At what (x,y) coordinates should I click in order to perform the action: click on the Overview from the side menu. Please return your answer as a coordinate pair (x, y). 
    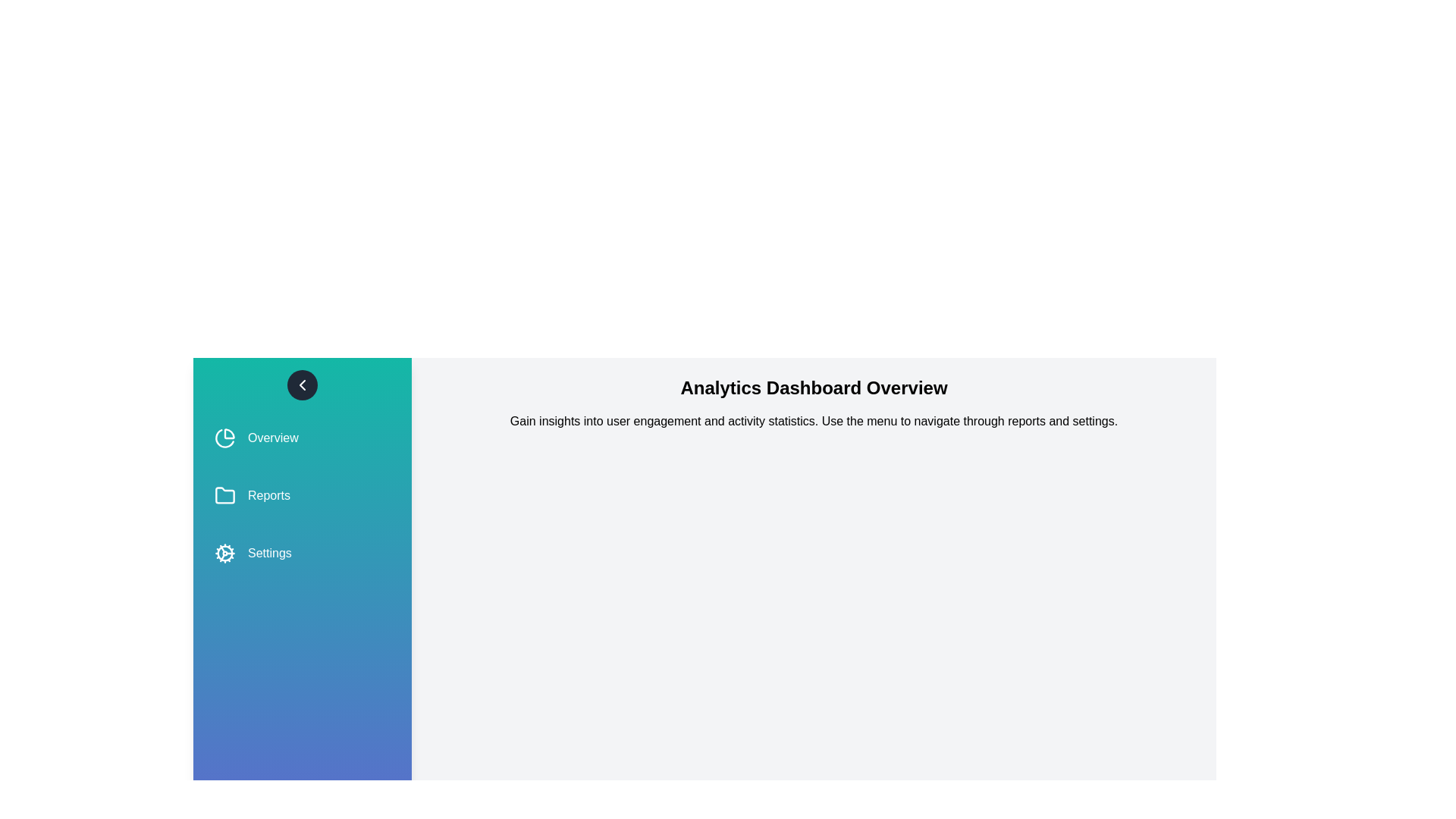
    Looking at the image, I should click on (302, 438).